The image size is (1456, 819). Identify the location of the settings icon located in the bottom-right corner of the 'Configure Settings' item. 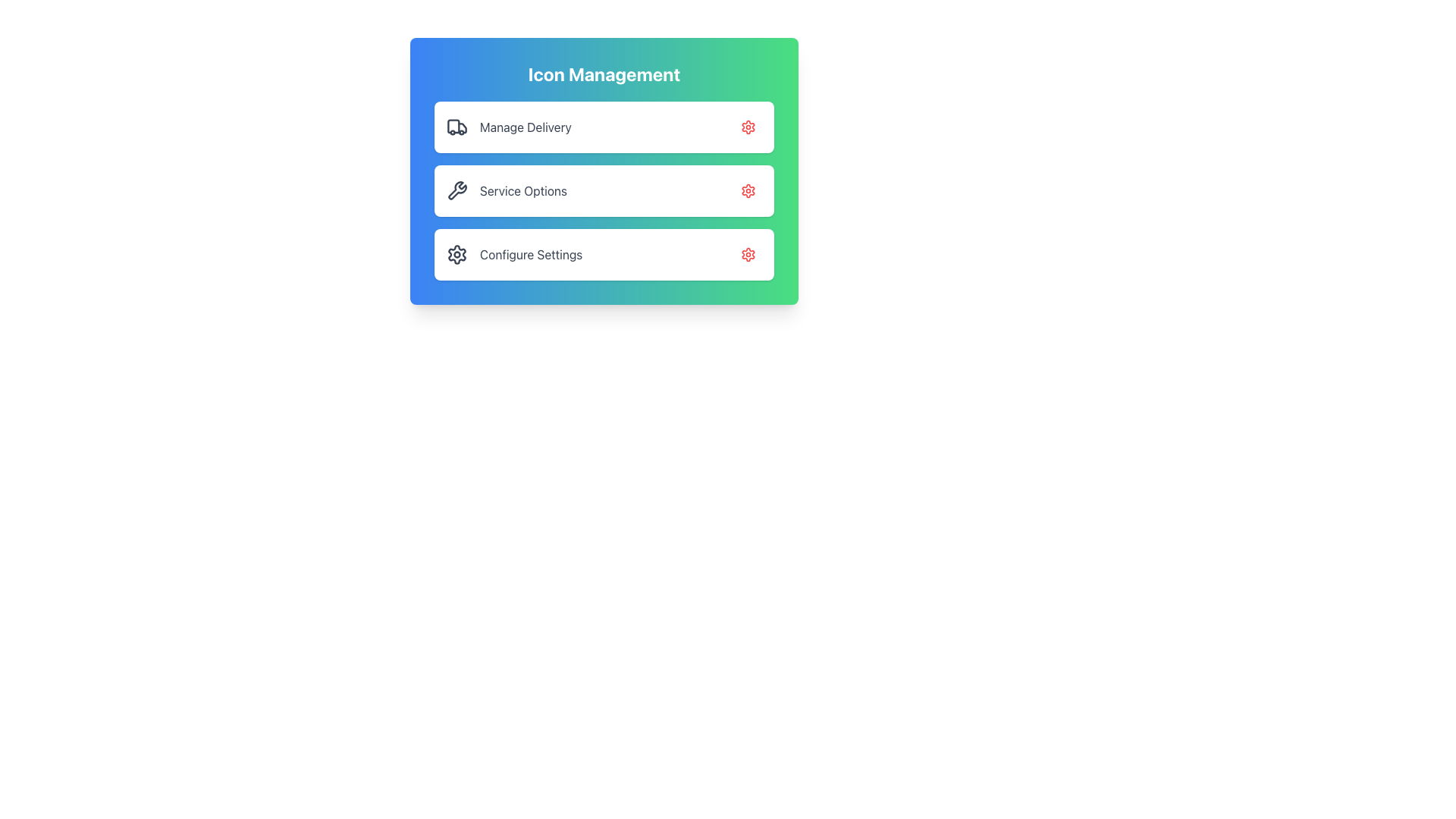
(457, 253).